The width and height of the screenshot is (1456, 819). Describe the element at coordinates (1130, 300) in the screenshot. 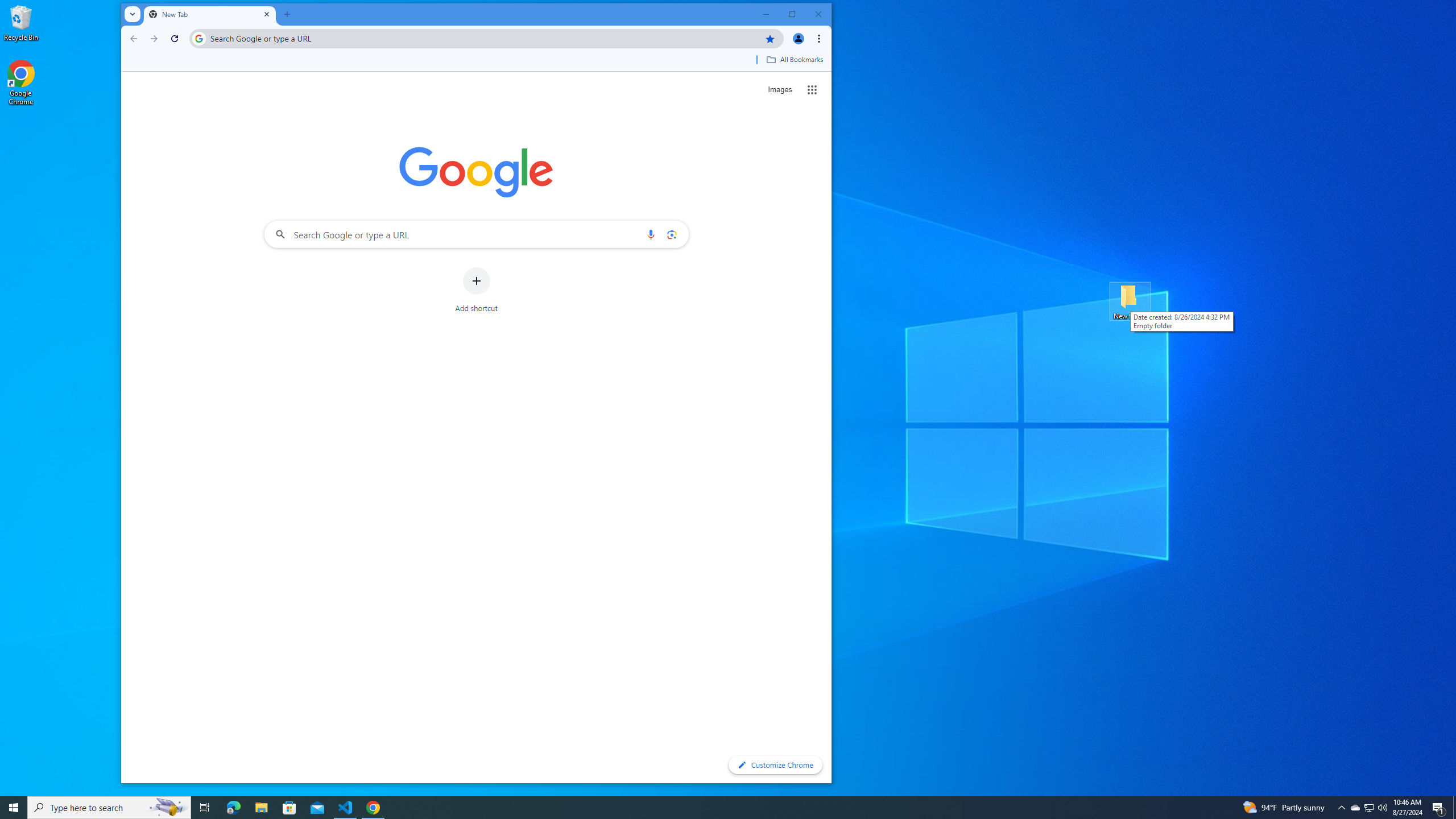

I see `'New folder'` at that location.